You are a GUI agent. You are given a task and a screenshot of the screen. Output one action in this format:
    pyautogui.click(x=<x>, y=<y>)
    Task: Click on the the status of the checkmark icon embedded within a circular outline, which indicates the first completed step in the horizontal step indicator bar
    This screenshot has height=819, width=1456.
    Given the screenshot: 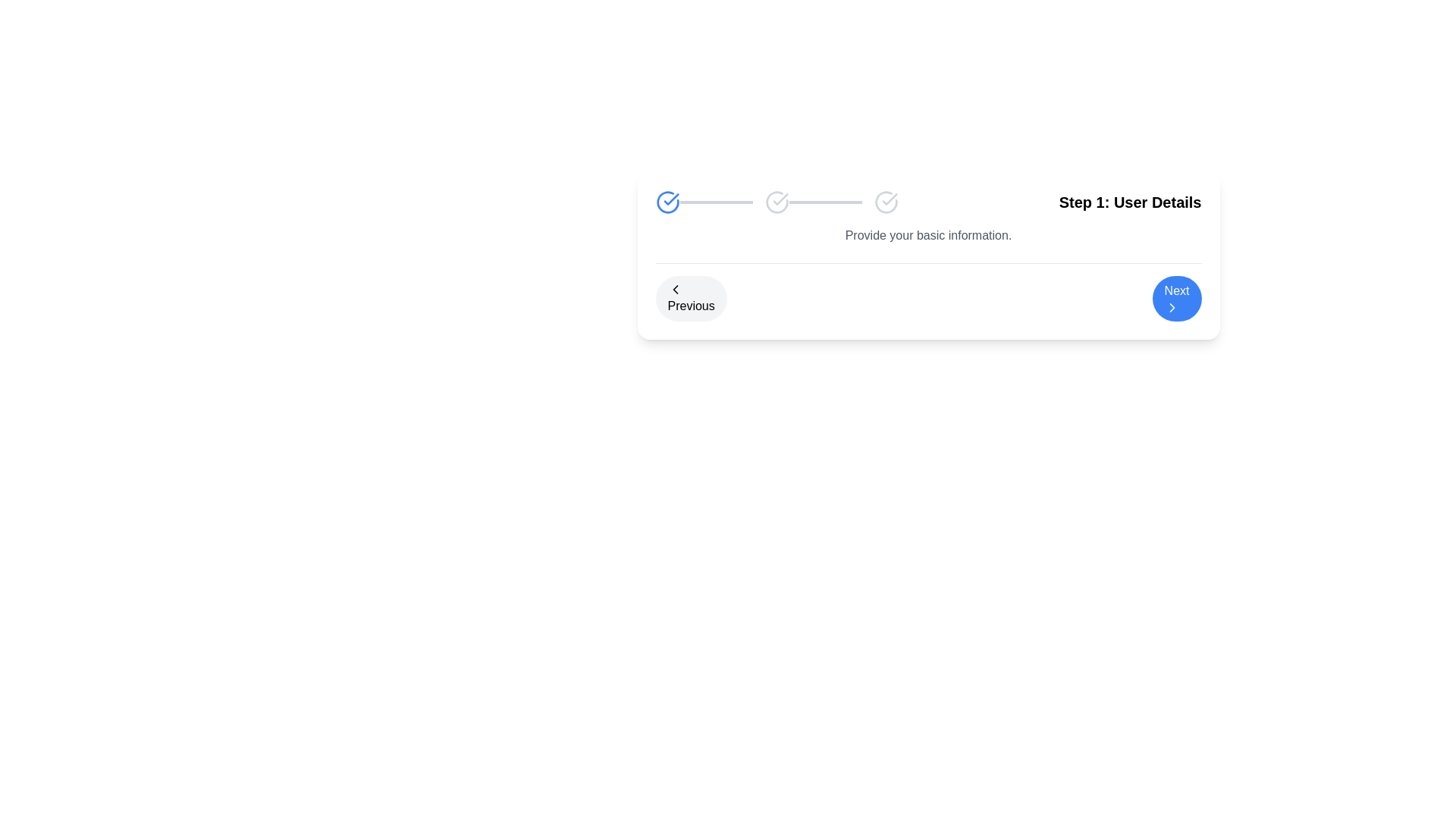 What is the action you would take?
    pyautogui.click(x=890, y=198)
    